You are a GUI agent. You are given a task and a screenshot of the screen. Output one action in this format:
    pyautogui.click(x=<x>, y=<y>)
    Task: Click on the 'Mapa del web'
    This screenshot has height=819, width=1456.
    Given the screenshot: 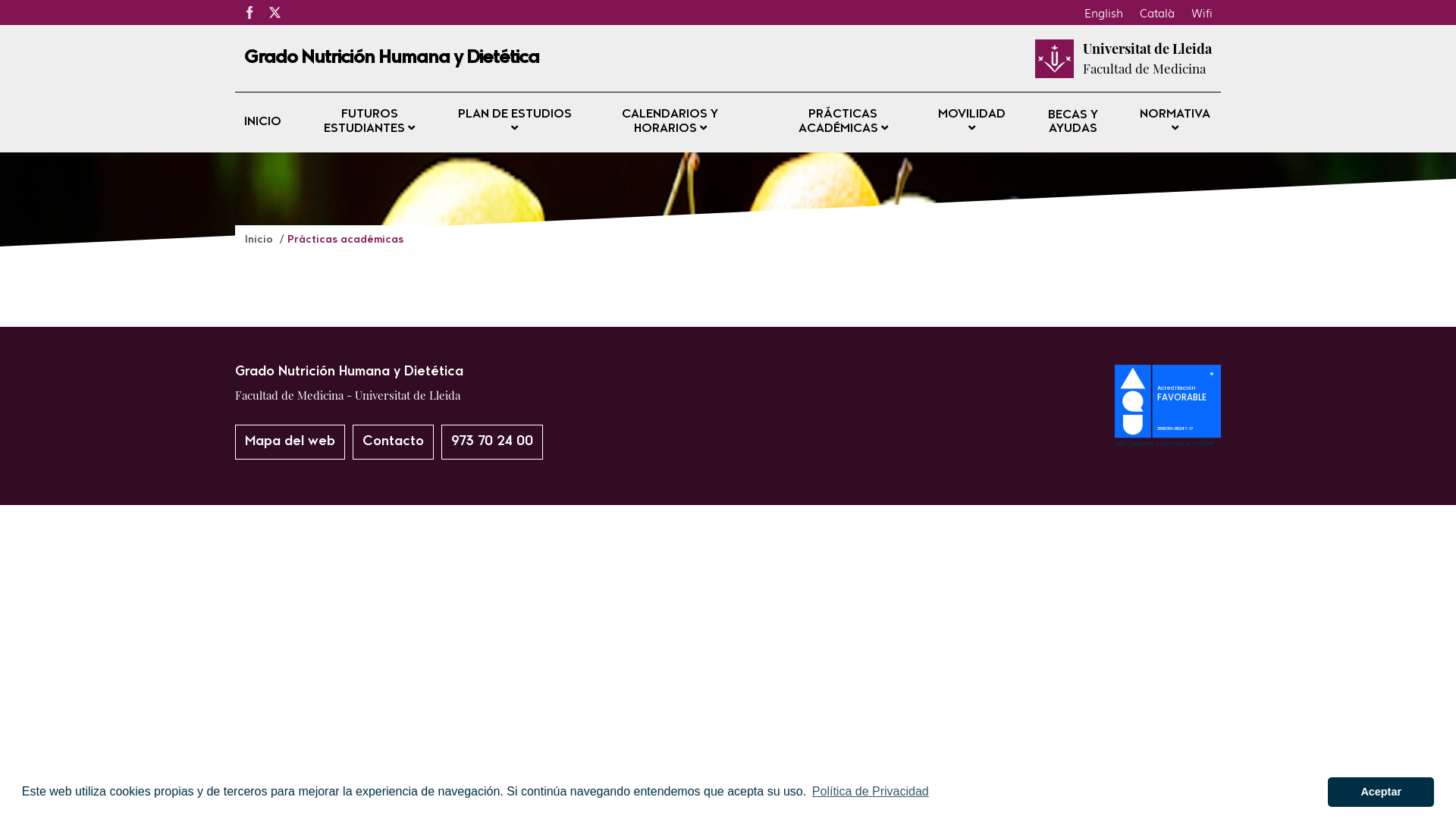 What is the action you would take?
    pyautogui.click(x=290, y=441)
    